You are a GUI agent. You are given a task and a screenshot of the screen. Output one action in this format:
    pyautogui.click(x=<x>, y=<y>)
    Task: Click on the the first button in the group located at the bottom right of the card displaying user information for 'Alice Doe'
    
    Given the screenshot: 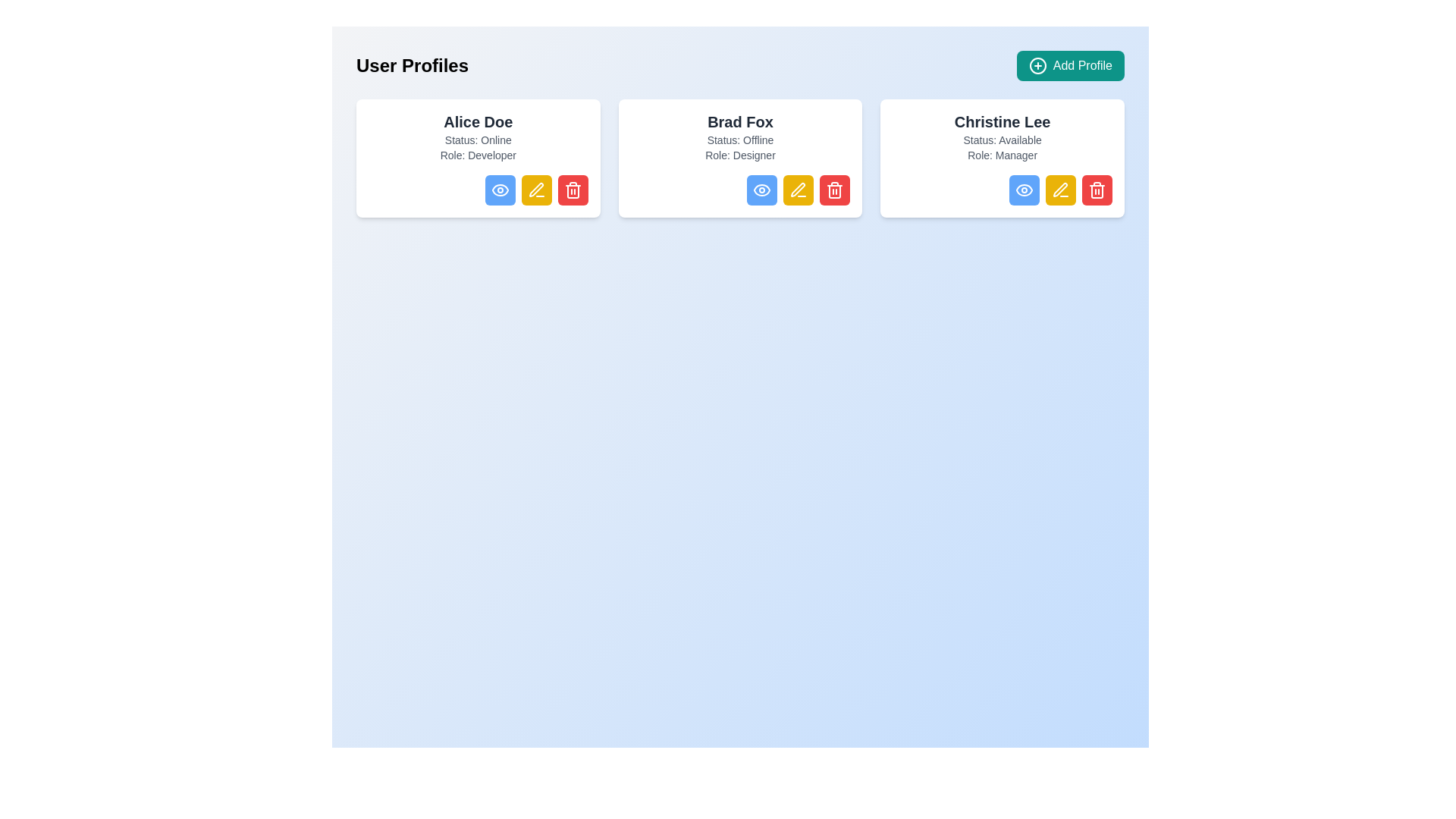 What is the action you would take?
    pyautogui.click(x=477, y=189)
    